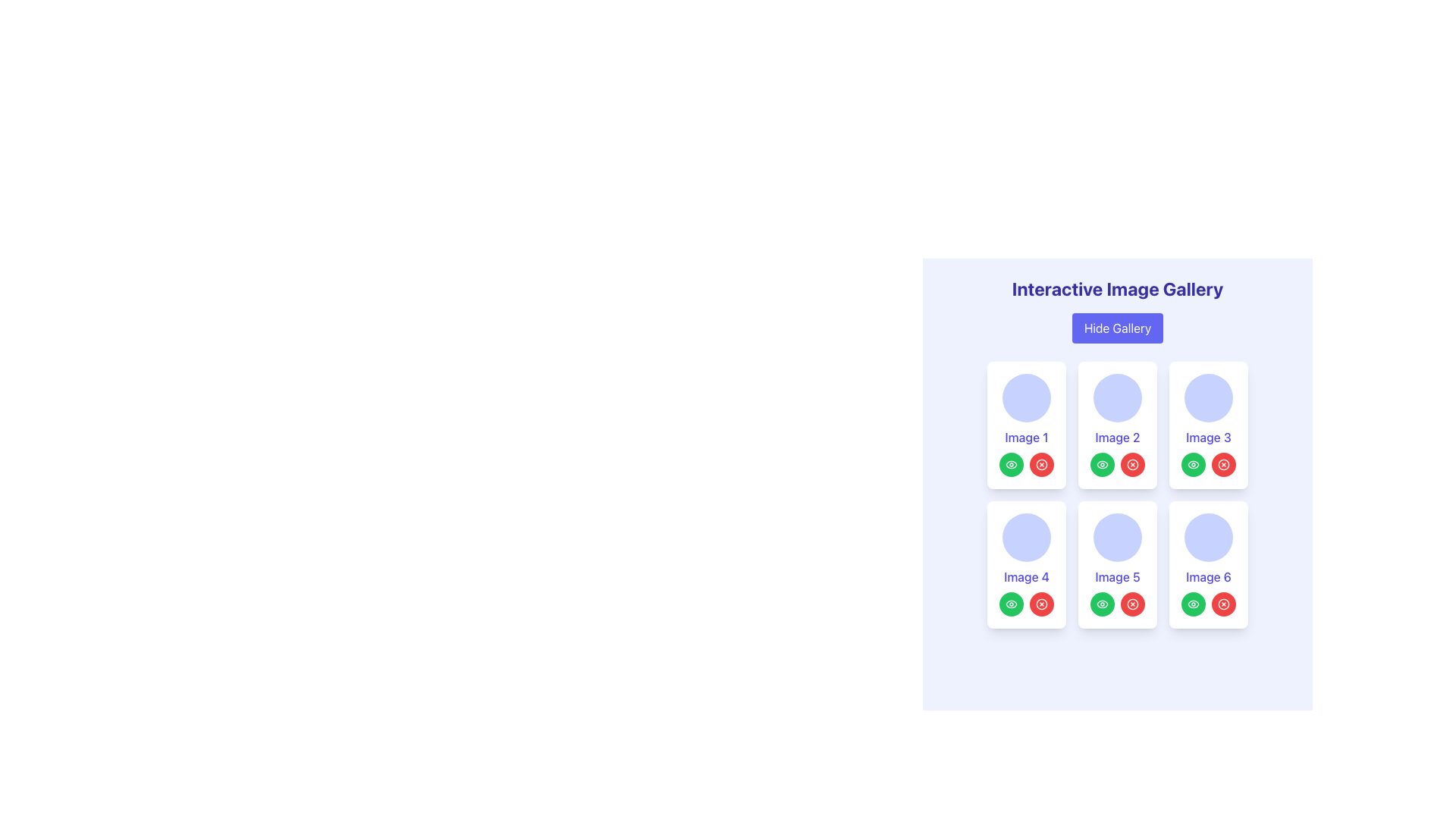 This screenshot has height=819, width=1456. Describe the element at coordinates (1132, 604) in the screenshot. I see `the delete or close button located in the bottom row of the grid layout, positioned to the right side of a green button beneath the fifth image thumbnail` at that location.